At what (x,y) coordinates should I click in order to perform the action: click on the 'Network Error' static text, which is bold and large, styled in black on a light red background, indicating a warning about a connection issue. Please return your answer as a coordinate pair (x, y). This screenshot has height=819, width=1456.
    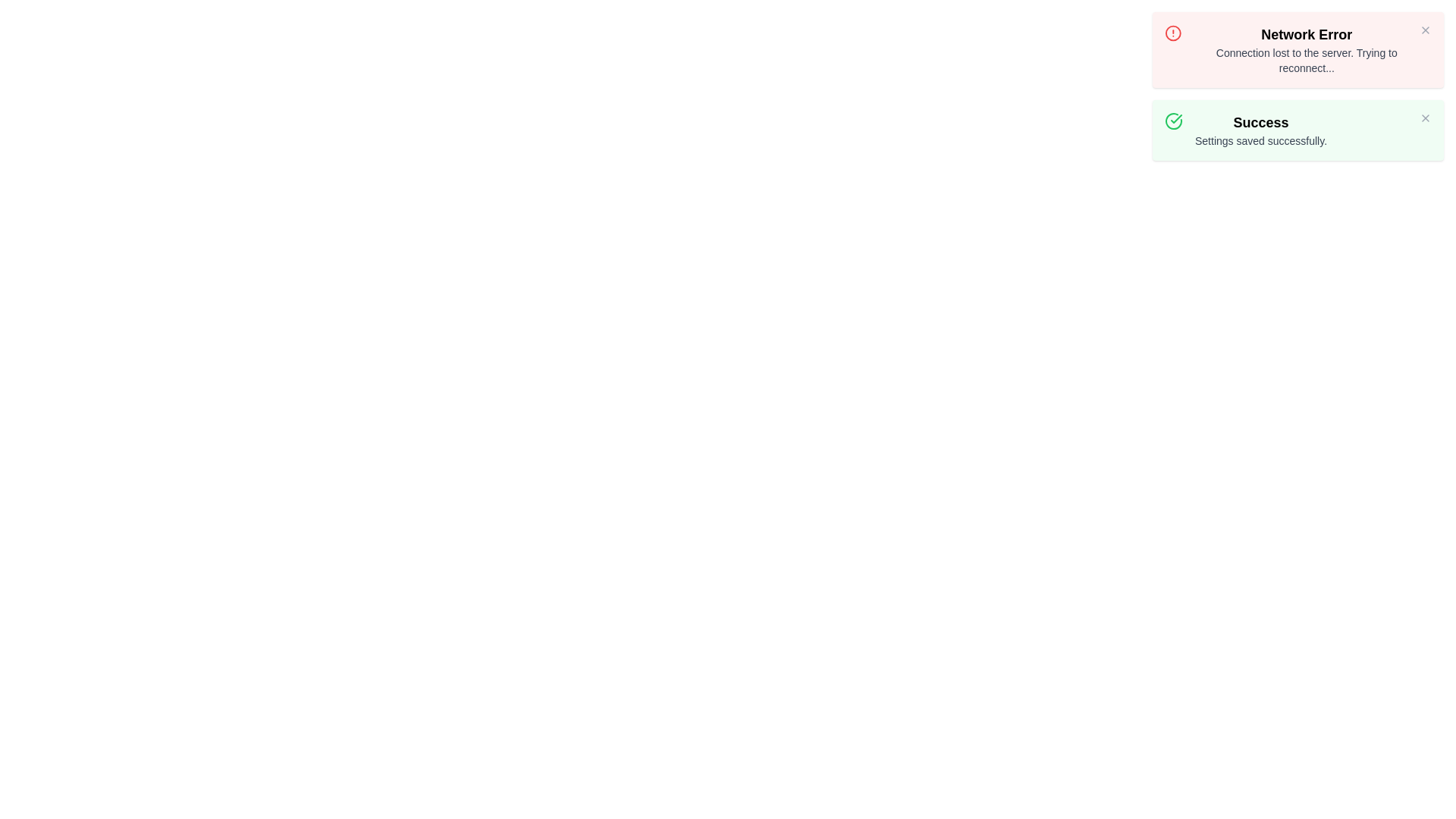
    Looking at the image, I should click on (1306, 34).